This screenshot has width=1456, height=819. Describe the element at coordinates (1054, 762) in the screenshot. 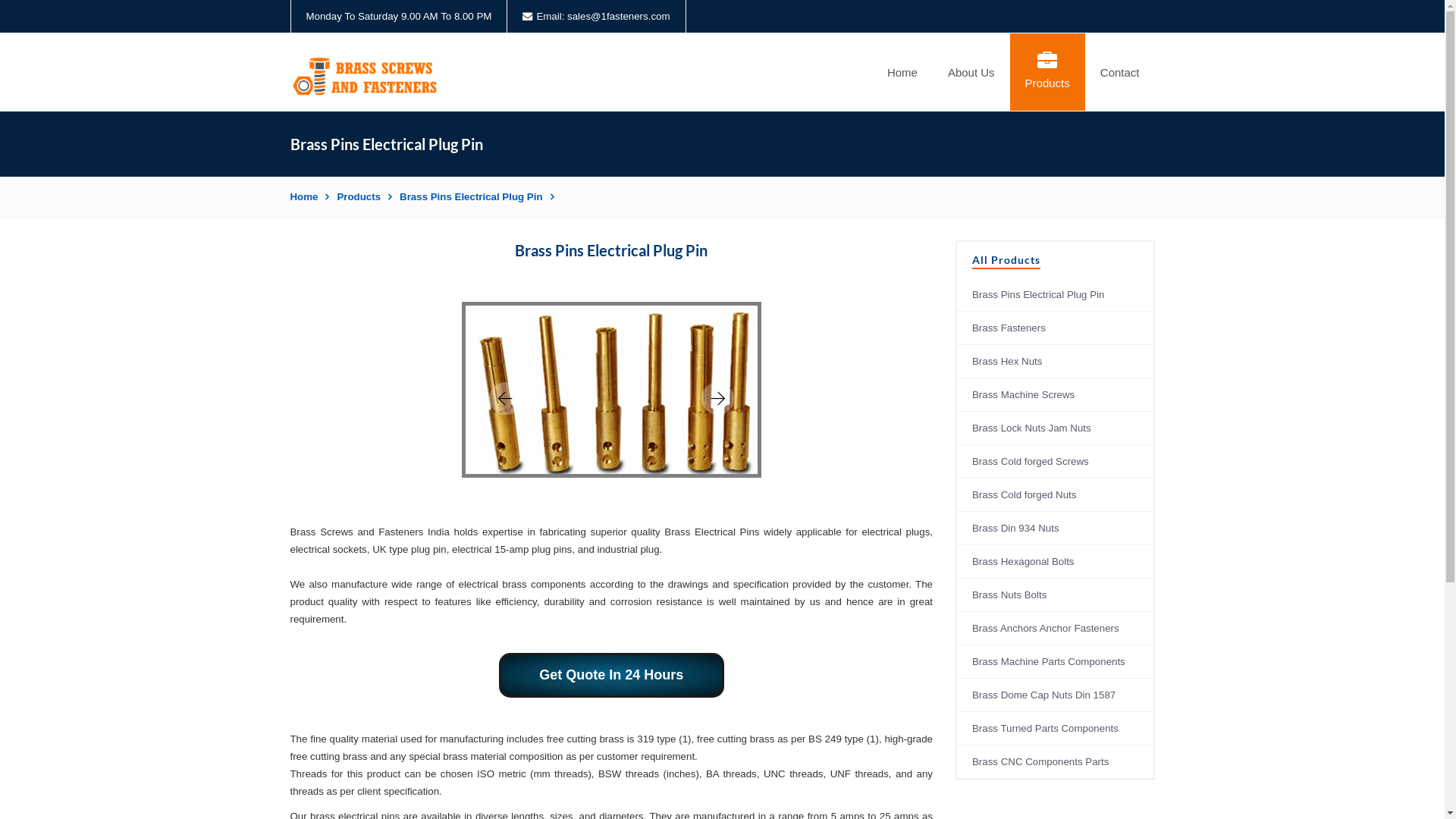

I see `'Brass CNC Components Parts'` at that location.